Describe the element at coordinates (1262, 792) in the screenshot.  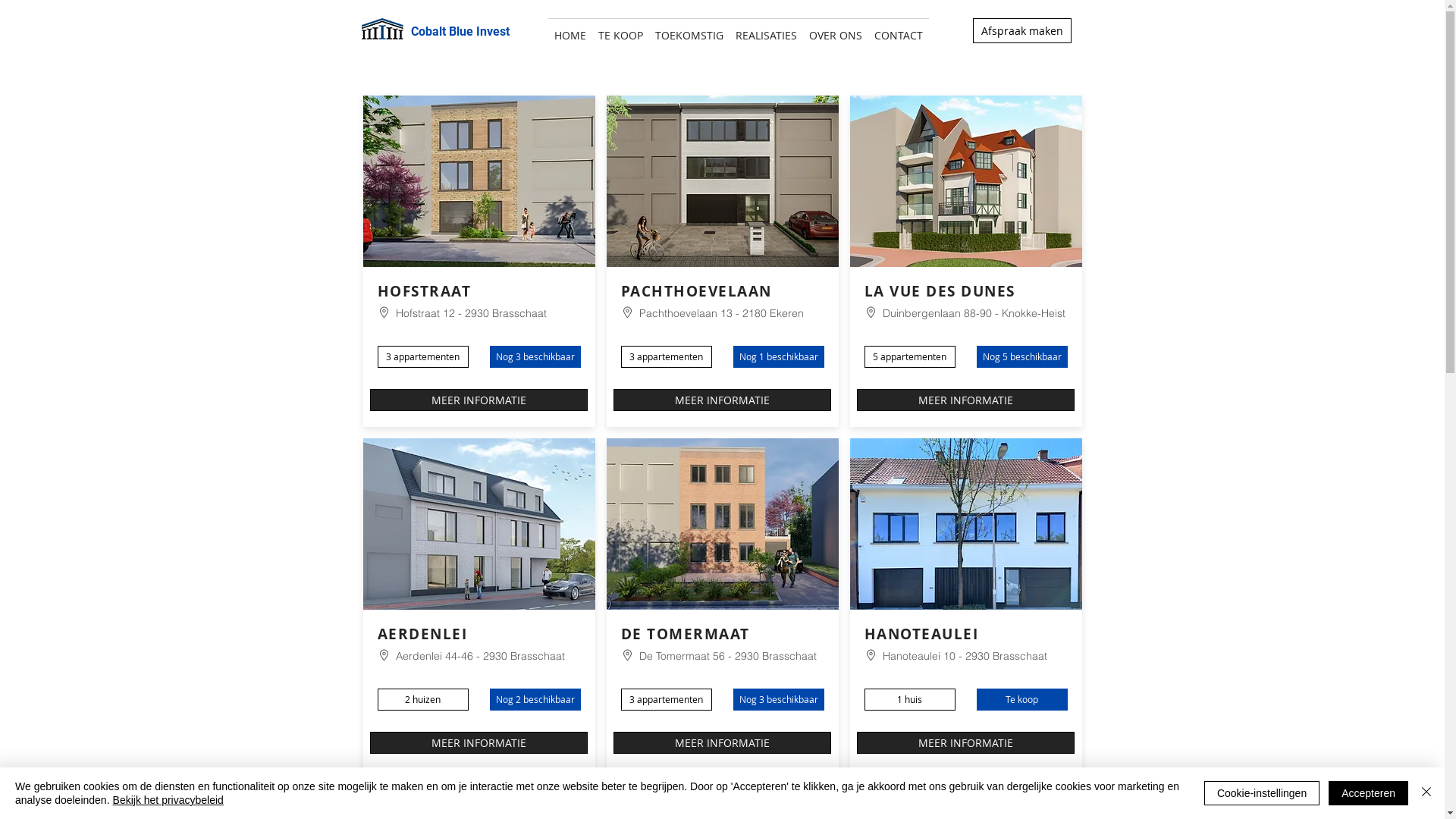
I see `'Cookie-instellingen'` at that location.